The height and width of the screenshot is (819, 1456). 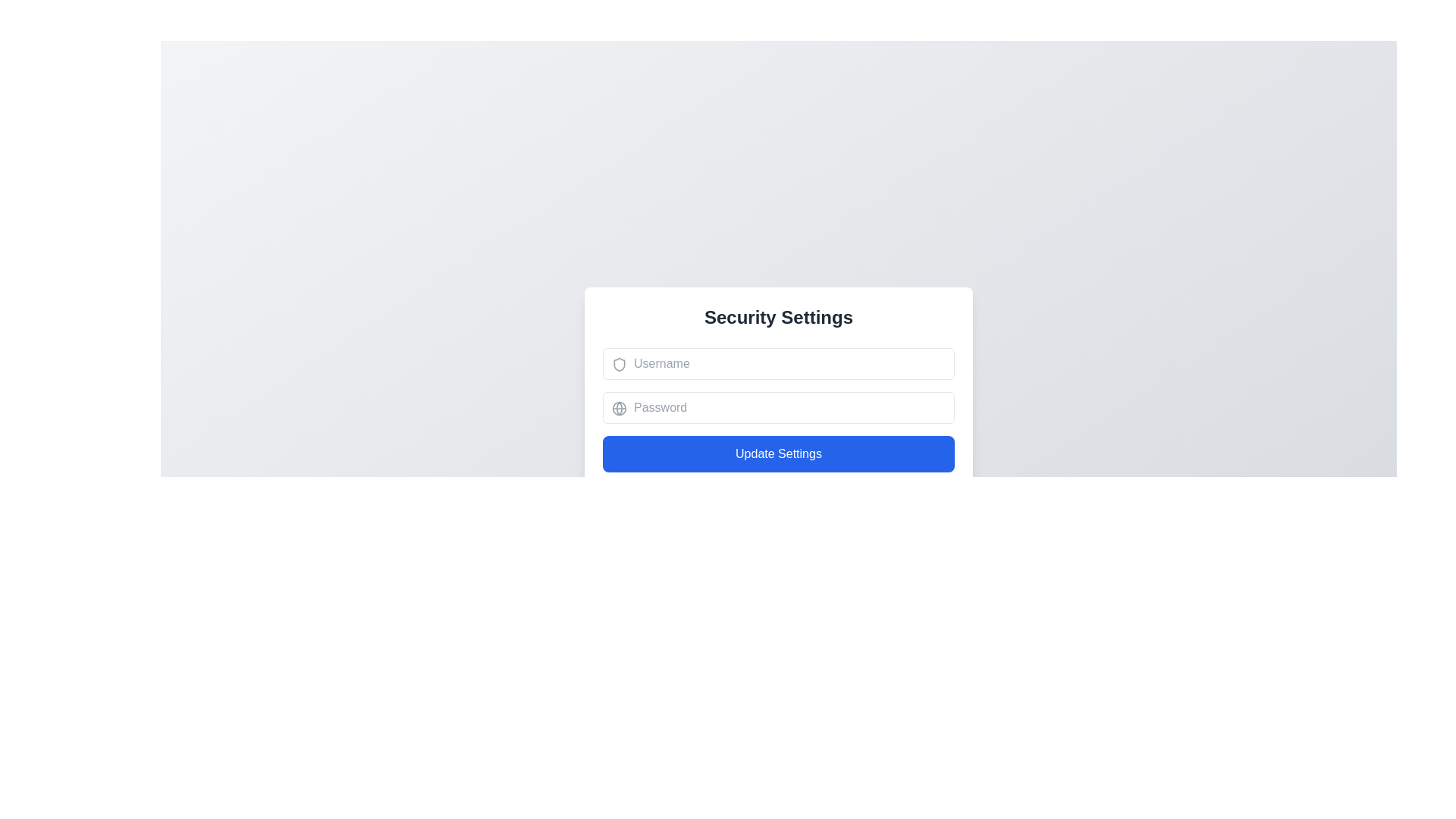 What do you see at coordinates (779, 449) in the screenshot?
I see `the 'Update Settings' button located on the Form Card for updating security settings, which is the only card structure in this section of the interface` at bounding box center [779, 449].